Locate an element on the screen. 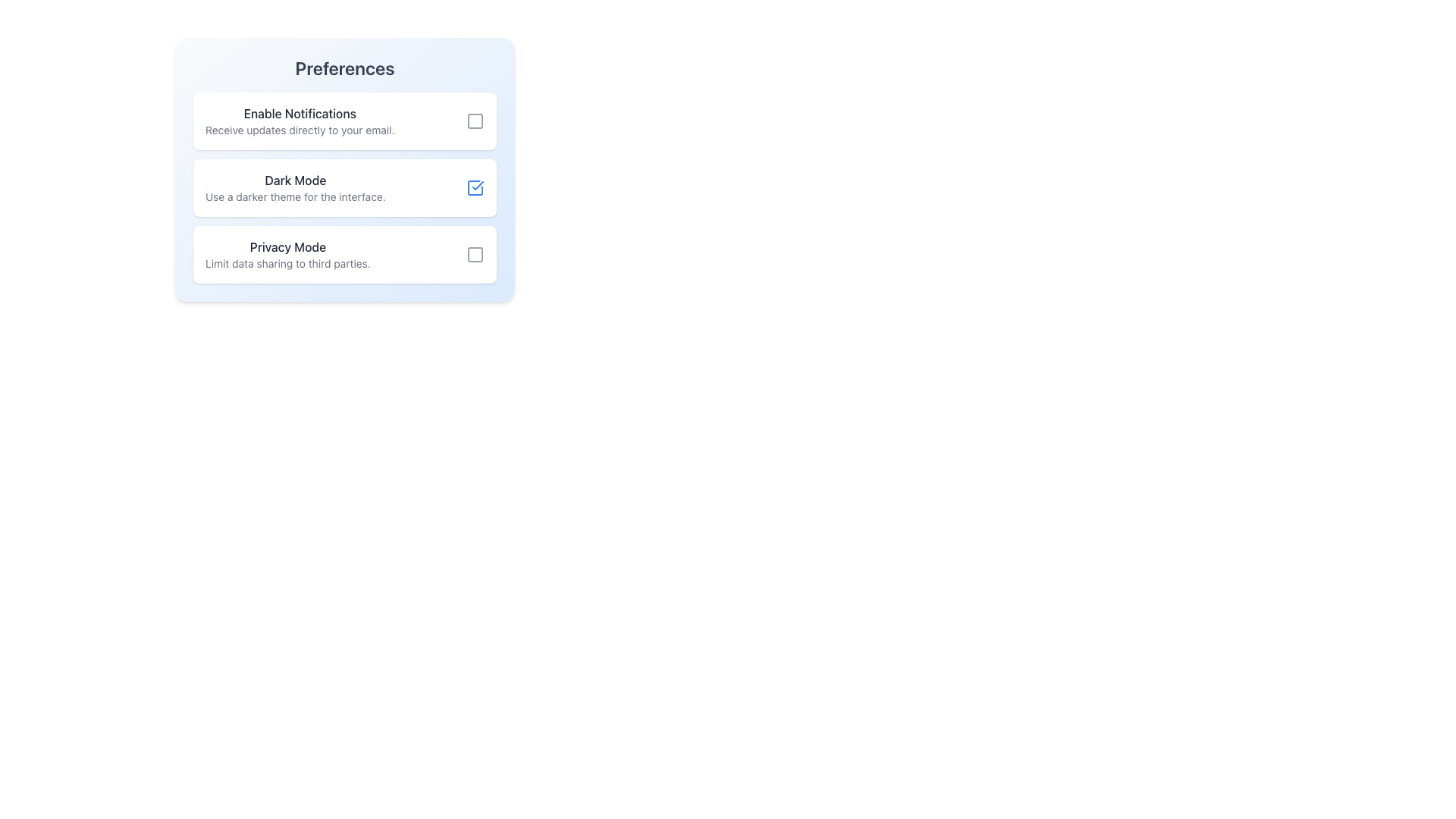  description of the 'Dark Mode' selectable list item, which is the second card in the Preferences panel, featuring a title in bold gray text and a blue checkmark icon is located at coordinates (344, 187).